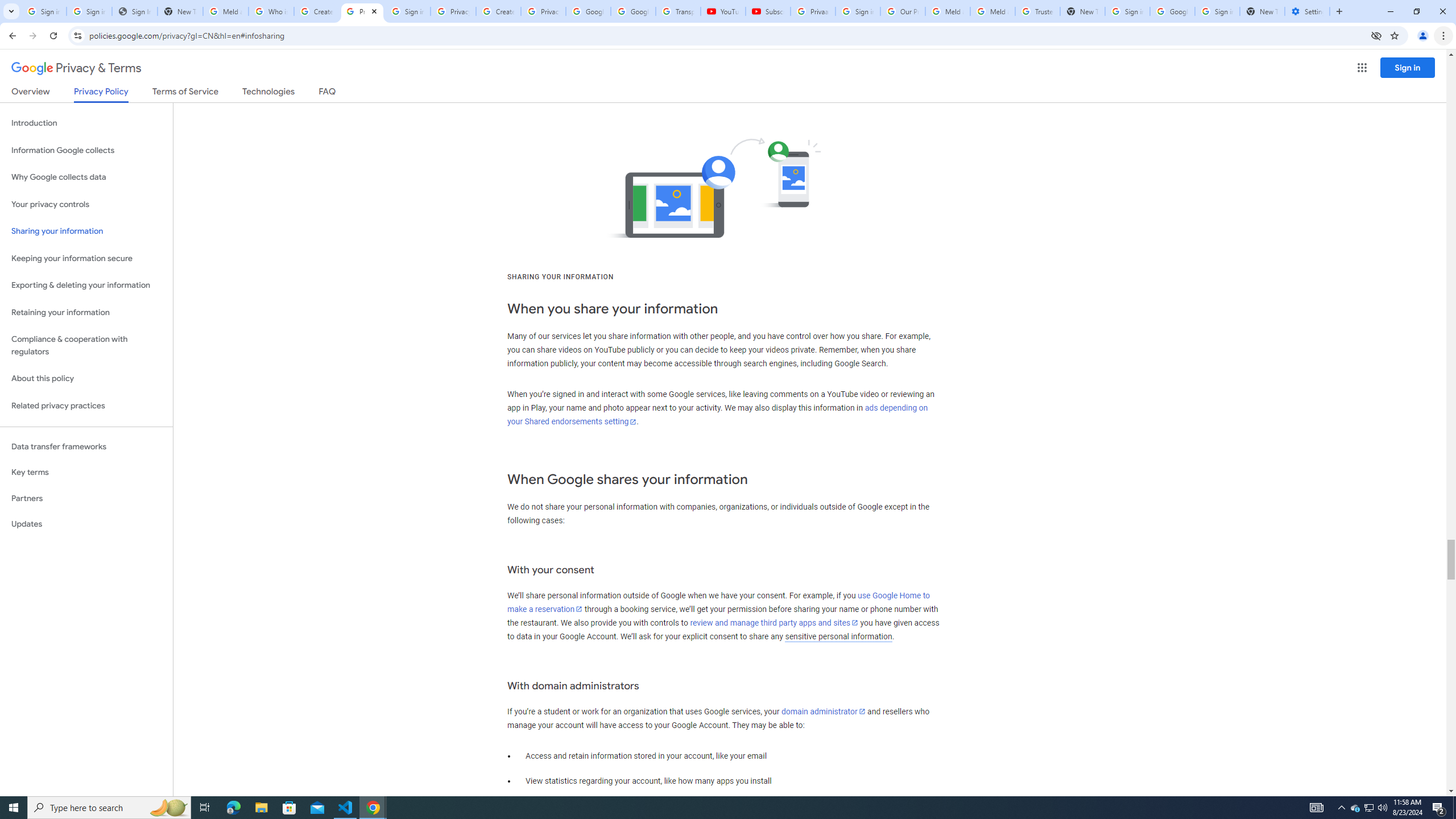  Describe the element at coordinates (1171, 11) in the screenshot. I see `'Google Cybersecurity Innovations - Google Safety Center'` at that location.